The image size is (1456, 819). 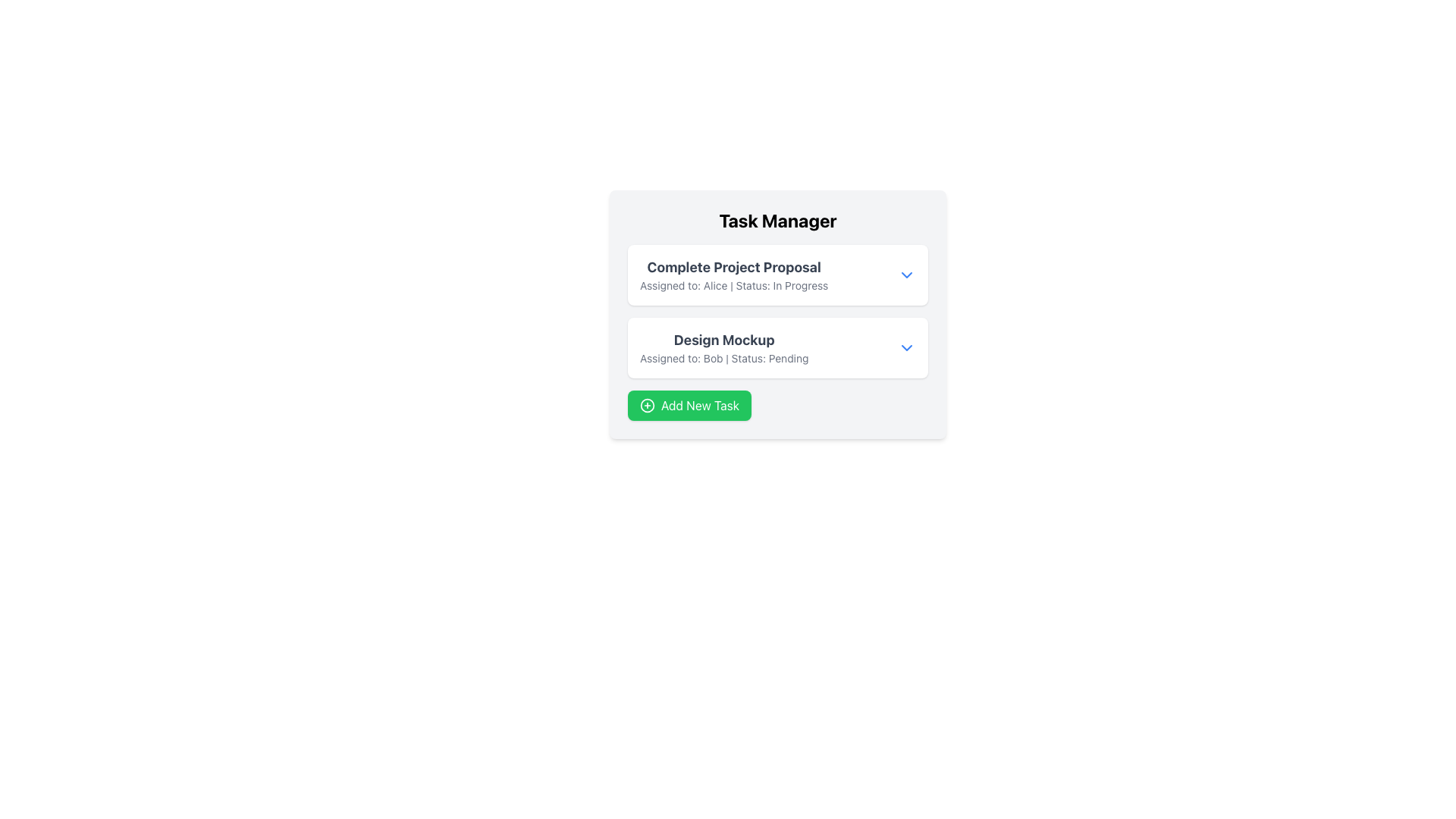 What do you see at coordinates (734, 267) in the screenshot?
I see `the bold text label 'Complete Project Proposal' located in the upper part of the card under the 'Task Manager' section` at bounding box center [734, 267].